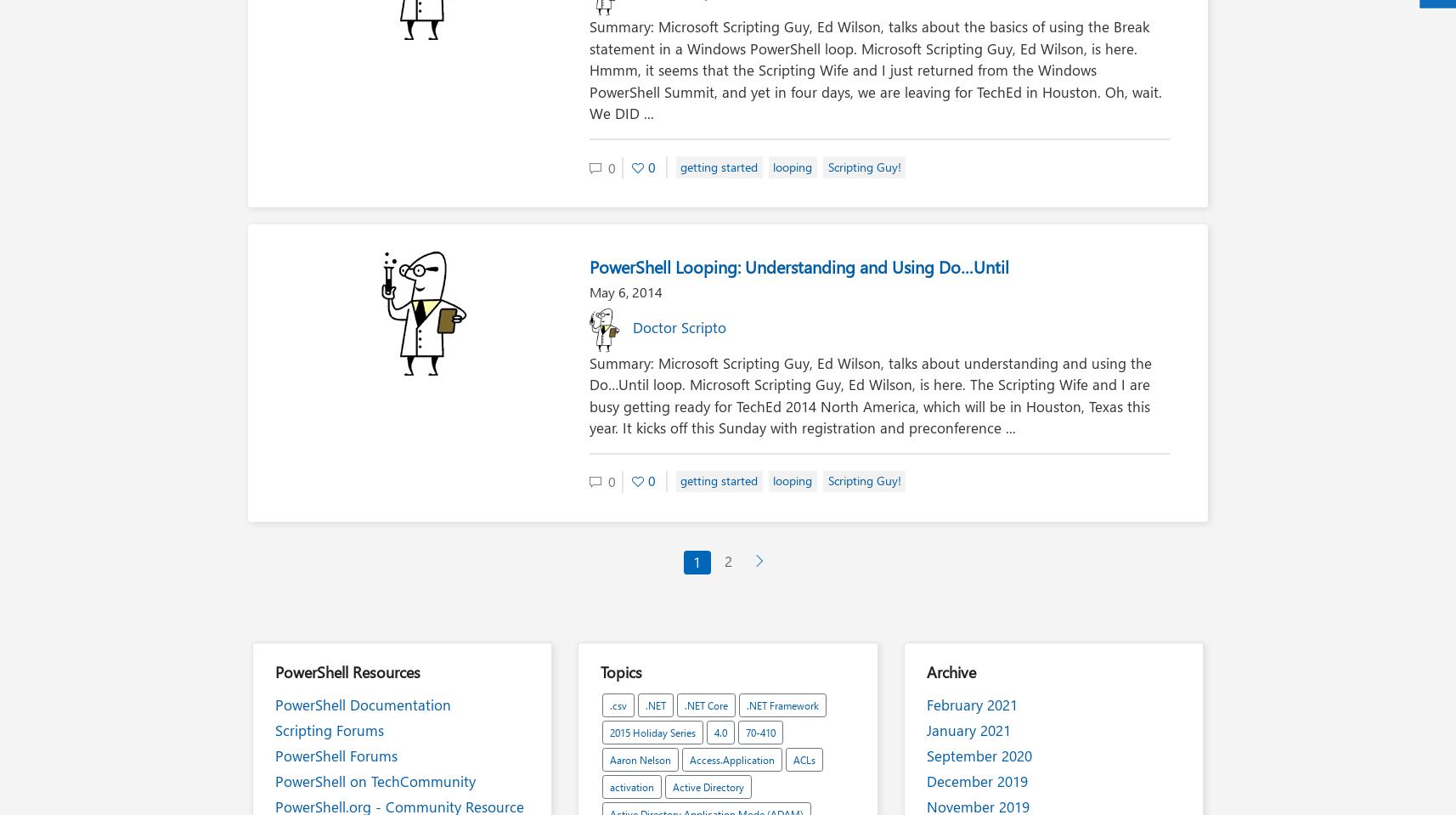 The height and width of the screenshot is (815, 1456). Describe the element at coordinates (624, 290) in the screenshot. I see `'May 6, 2014'` at that location.